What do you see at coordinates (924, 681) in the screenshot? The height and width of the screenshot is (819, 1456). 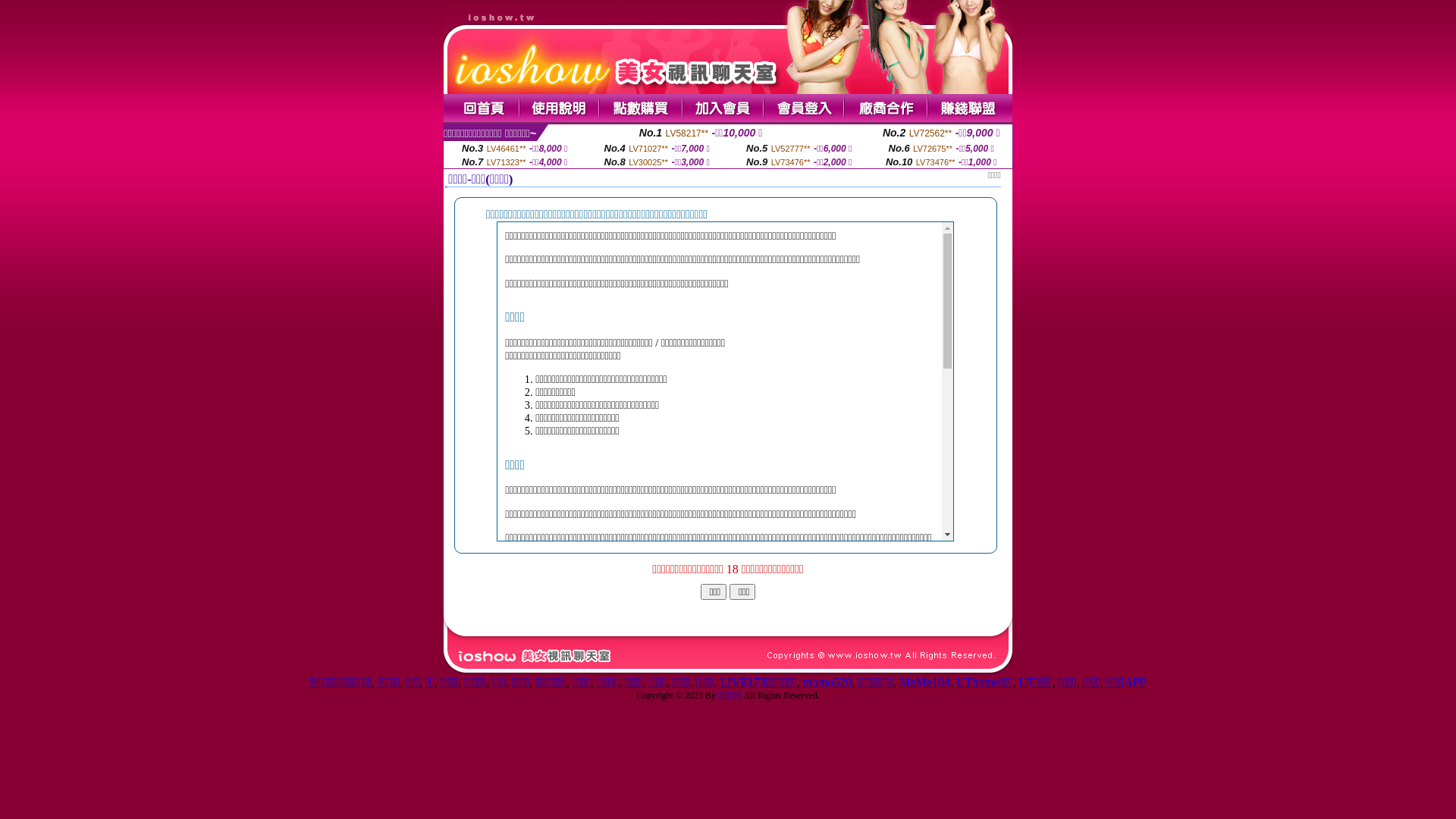 I see `'MeMe104'` at bounding box center [924, 681].